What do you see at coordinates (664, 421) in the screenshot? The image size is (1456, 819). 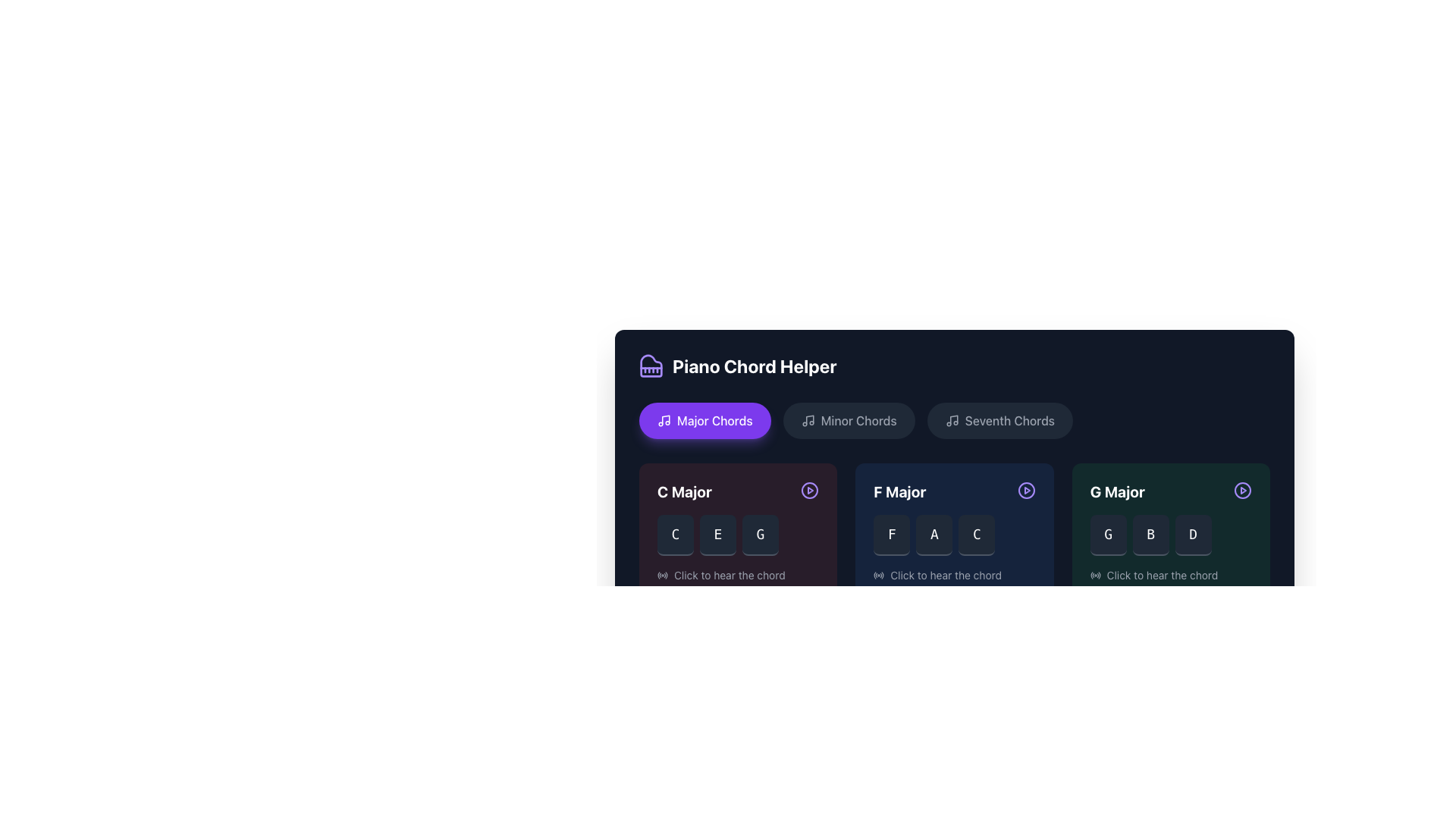 I see `the music note icon located within the purple button labeled 'Major Chords', which is positioned to the left of the text inside the button` at bounding box center [664, 421].